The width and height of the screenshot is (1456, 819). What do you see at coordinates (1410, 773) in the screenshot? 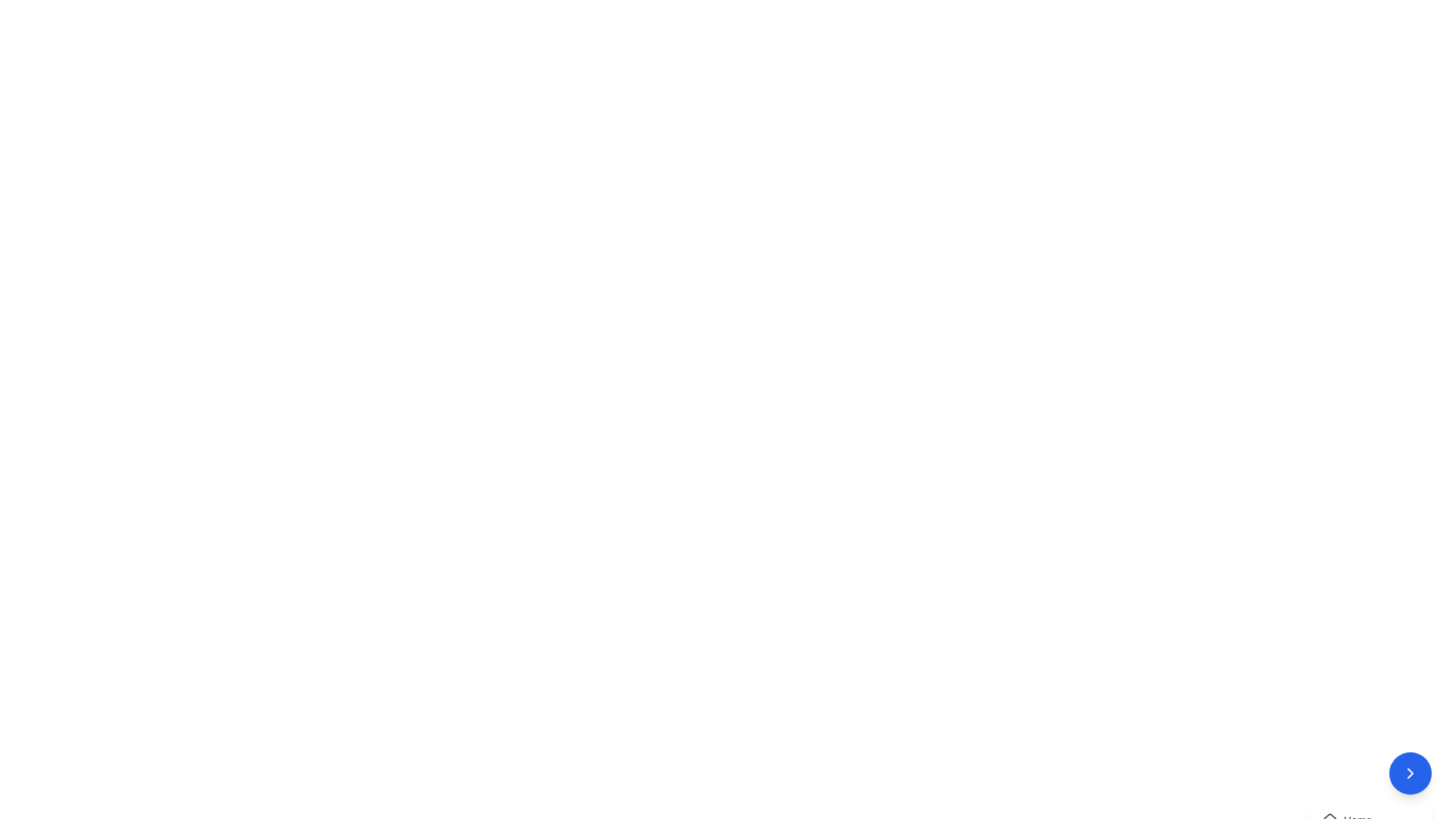
I see `the right-pointing triangular navigational icon located in the bottom-right corner of the interface, which is set against a circular blue background` at bounding box center [1410, 773].